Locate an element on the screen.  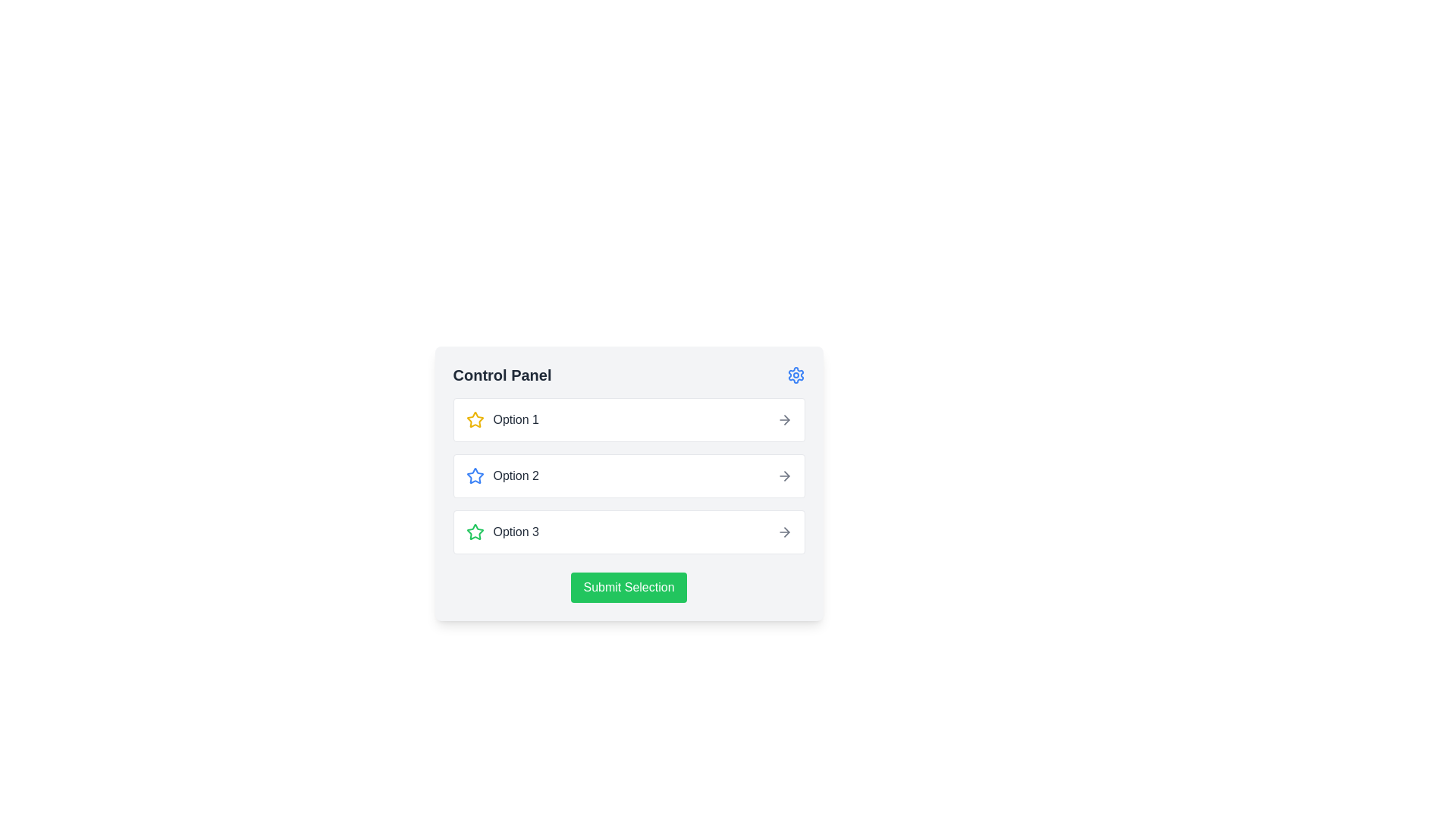
the decorative icon representing 'Option 1' in the control panel, which is the first item in a vertical list is located at coordinates (474, 475).